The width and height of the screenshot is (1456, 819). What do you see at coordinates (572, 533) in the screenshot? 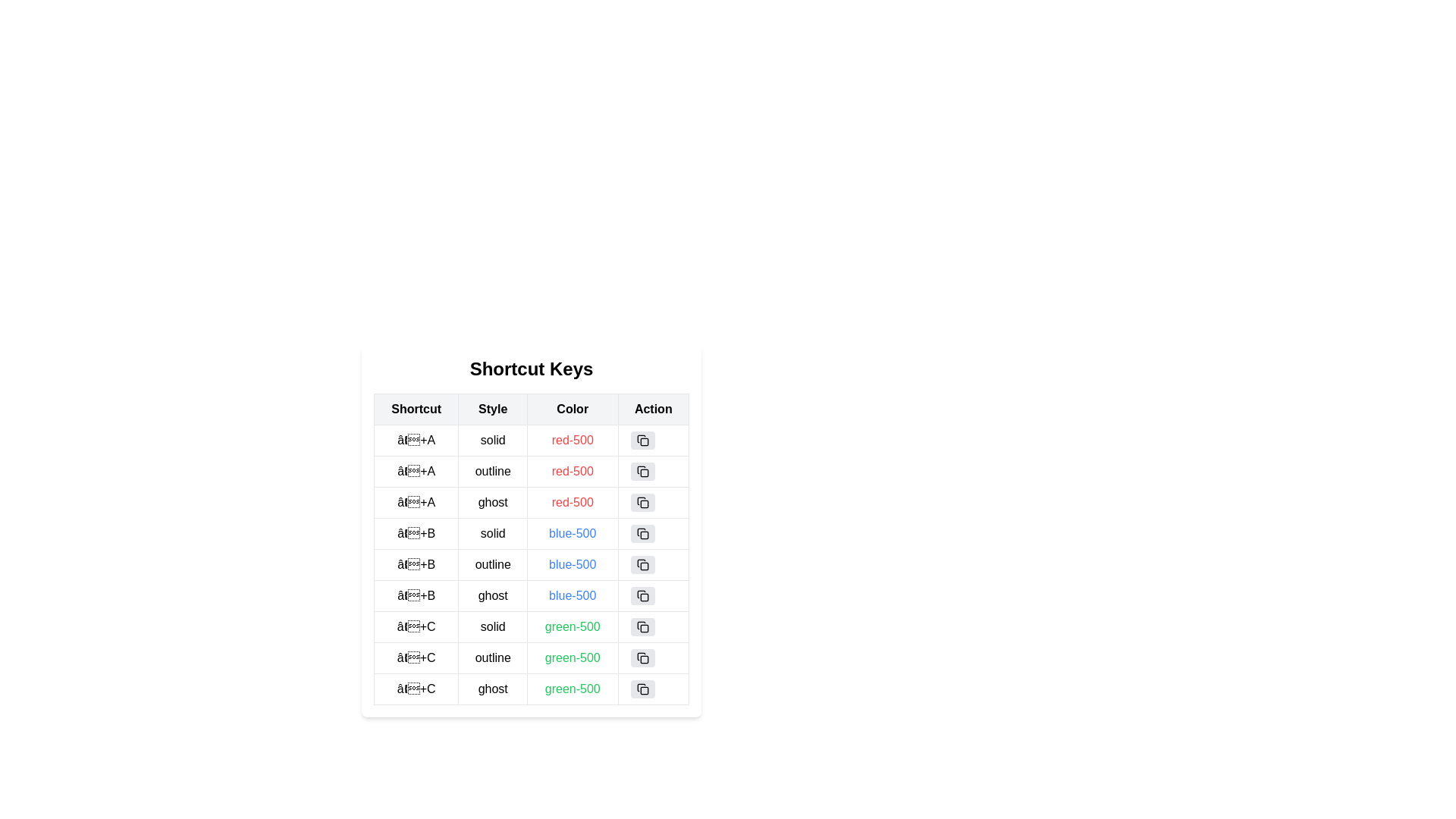
I see `the non-interactive label that displays a color designation located in the third row of the 'Color' column in the table, between the 'Style' column and the 'Action' column` at bounding box center [572, 533].